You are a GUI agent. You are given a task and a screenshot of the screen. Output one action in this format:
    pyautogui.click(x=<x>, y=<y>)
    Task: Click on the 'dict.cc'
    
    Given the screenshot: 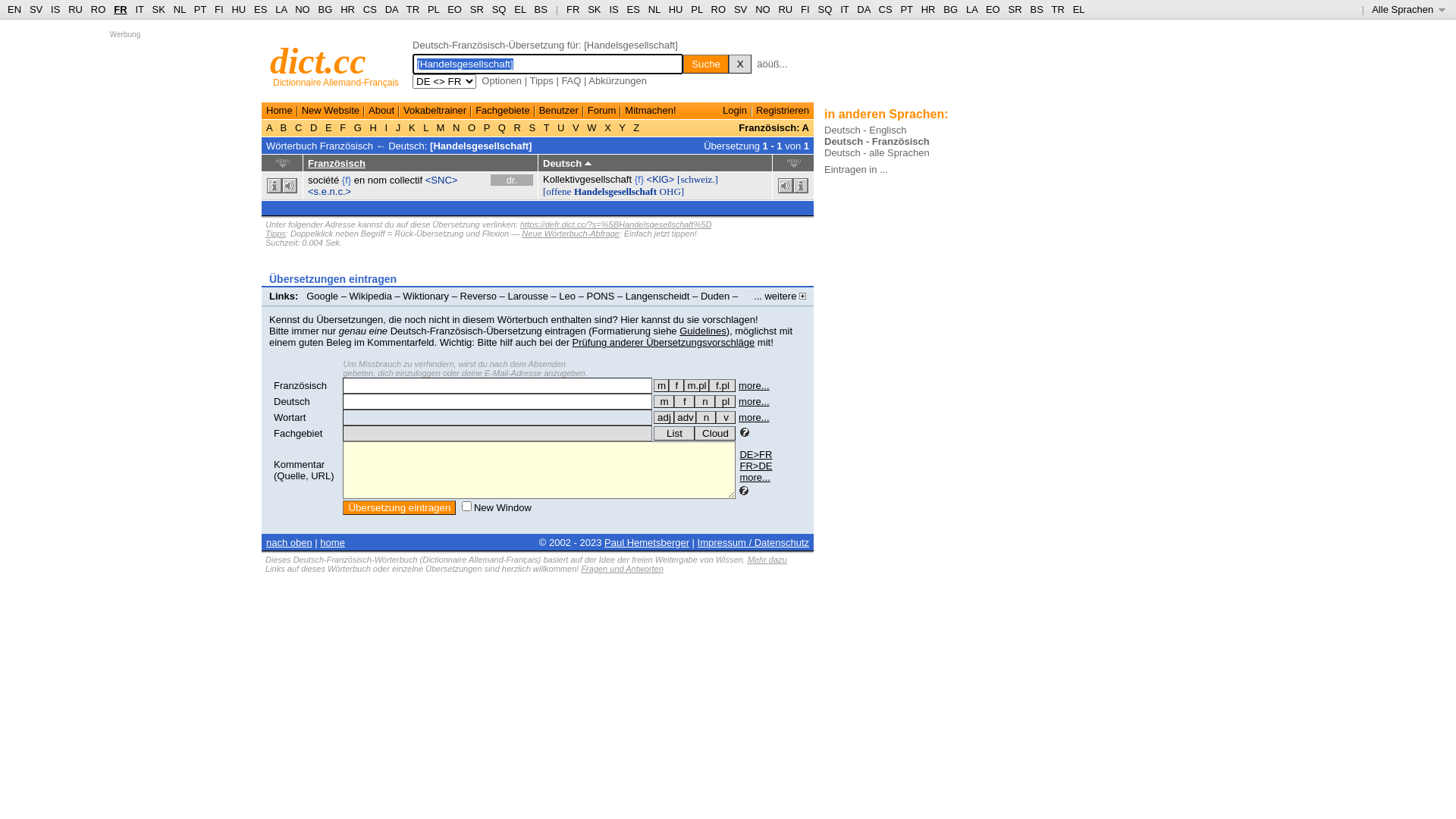 What is the action you would take?
    pyautogui.click(x=317, y=60)
    